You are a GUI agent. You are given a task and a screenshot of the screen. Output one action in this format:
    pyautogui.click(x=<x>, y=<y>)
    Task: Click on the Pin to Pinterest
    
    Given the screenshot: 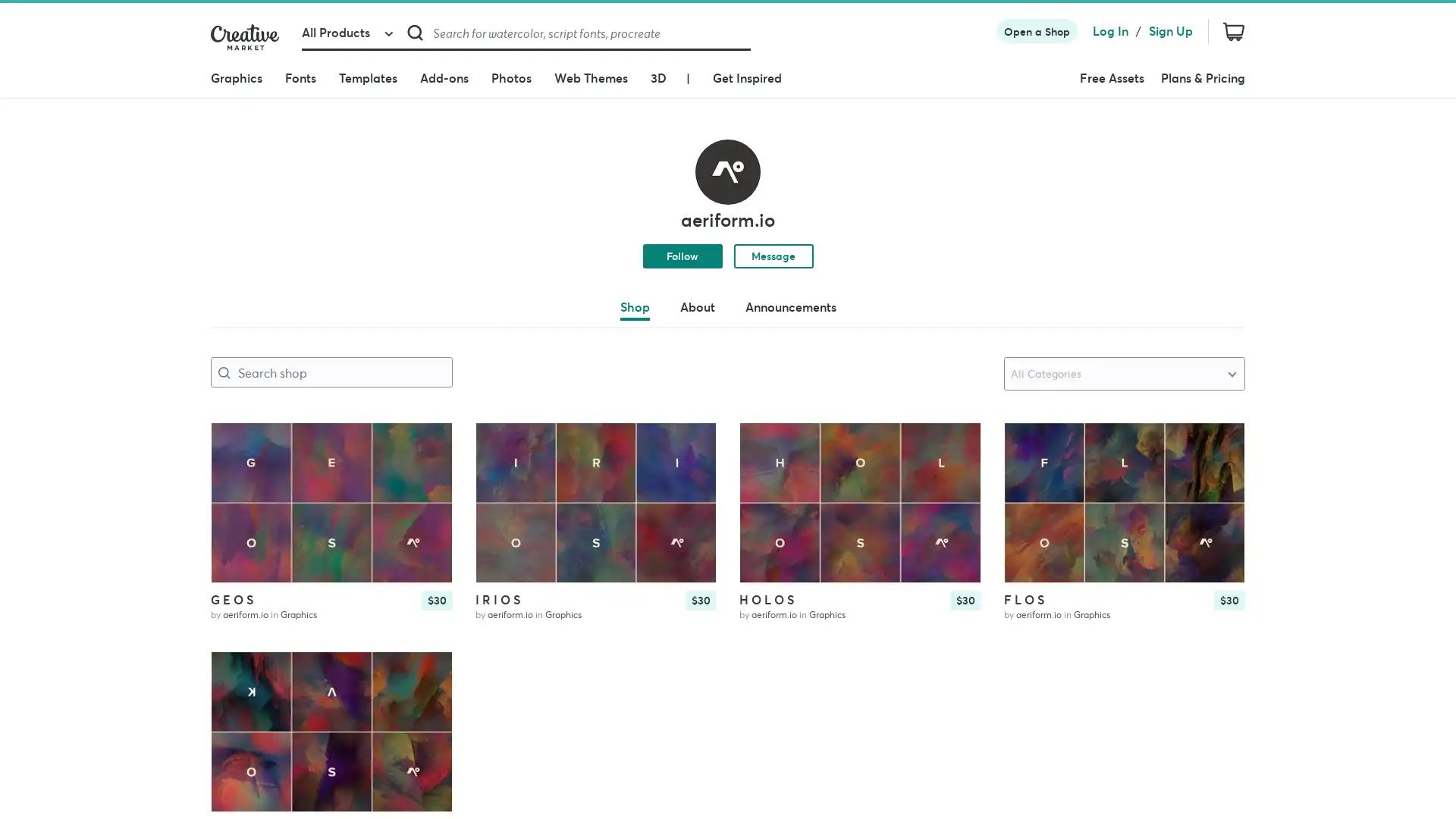 What is the action you would take?
    pyautogui.click(x=764, y=446)
    